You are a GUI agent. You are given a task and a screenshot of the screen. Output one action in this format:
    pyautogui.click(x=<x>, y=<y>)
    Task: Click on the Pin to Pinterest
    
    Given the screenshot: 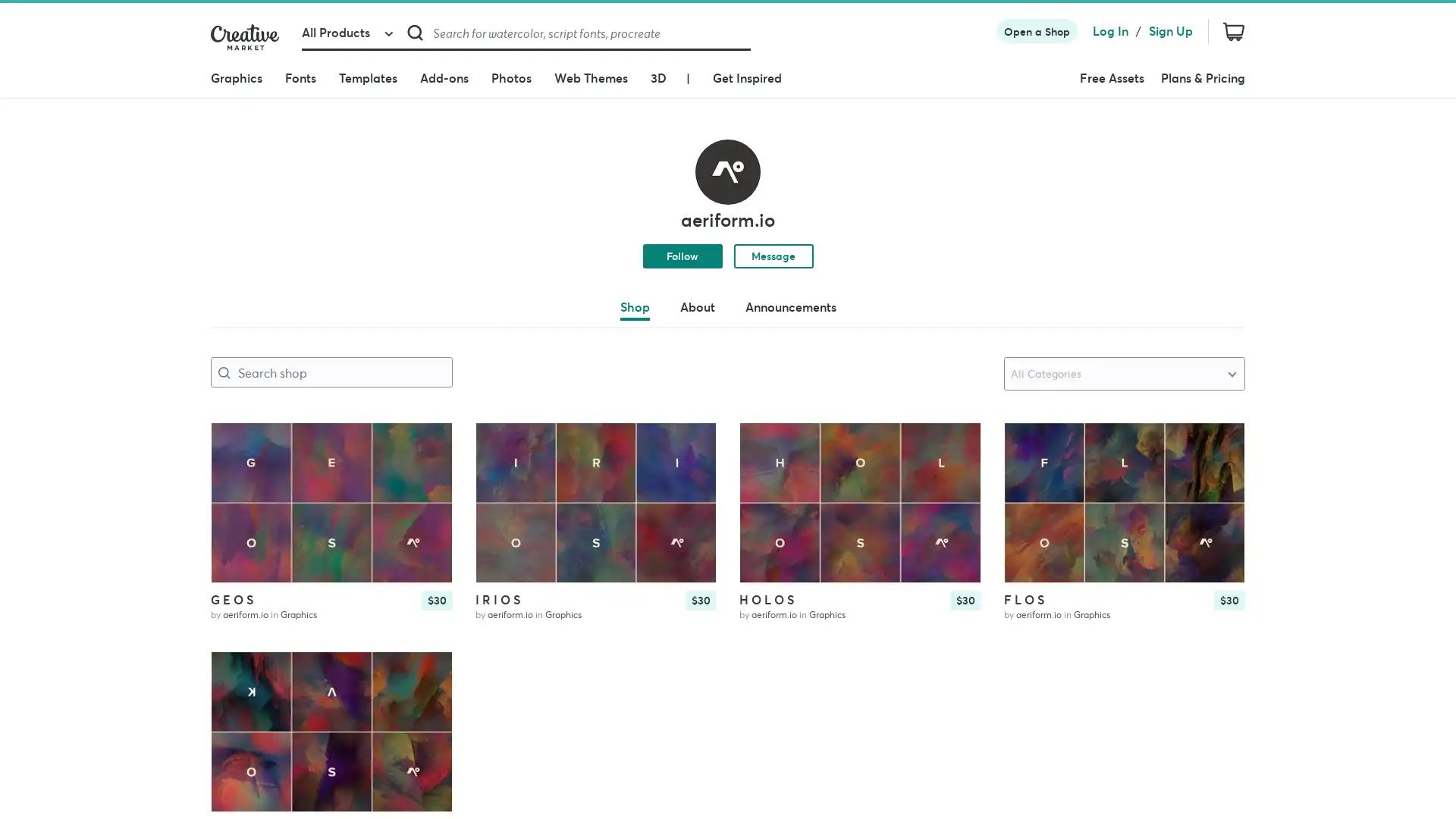 What is the action you would take?
    pyautogui.click(x=764, y=446)
    